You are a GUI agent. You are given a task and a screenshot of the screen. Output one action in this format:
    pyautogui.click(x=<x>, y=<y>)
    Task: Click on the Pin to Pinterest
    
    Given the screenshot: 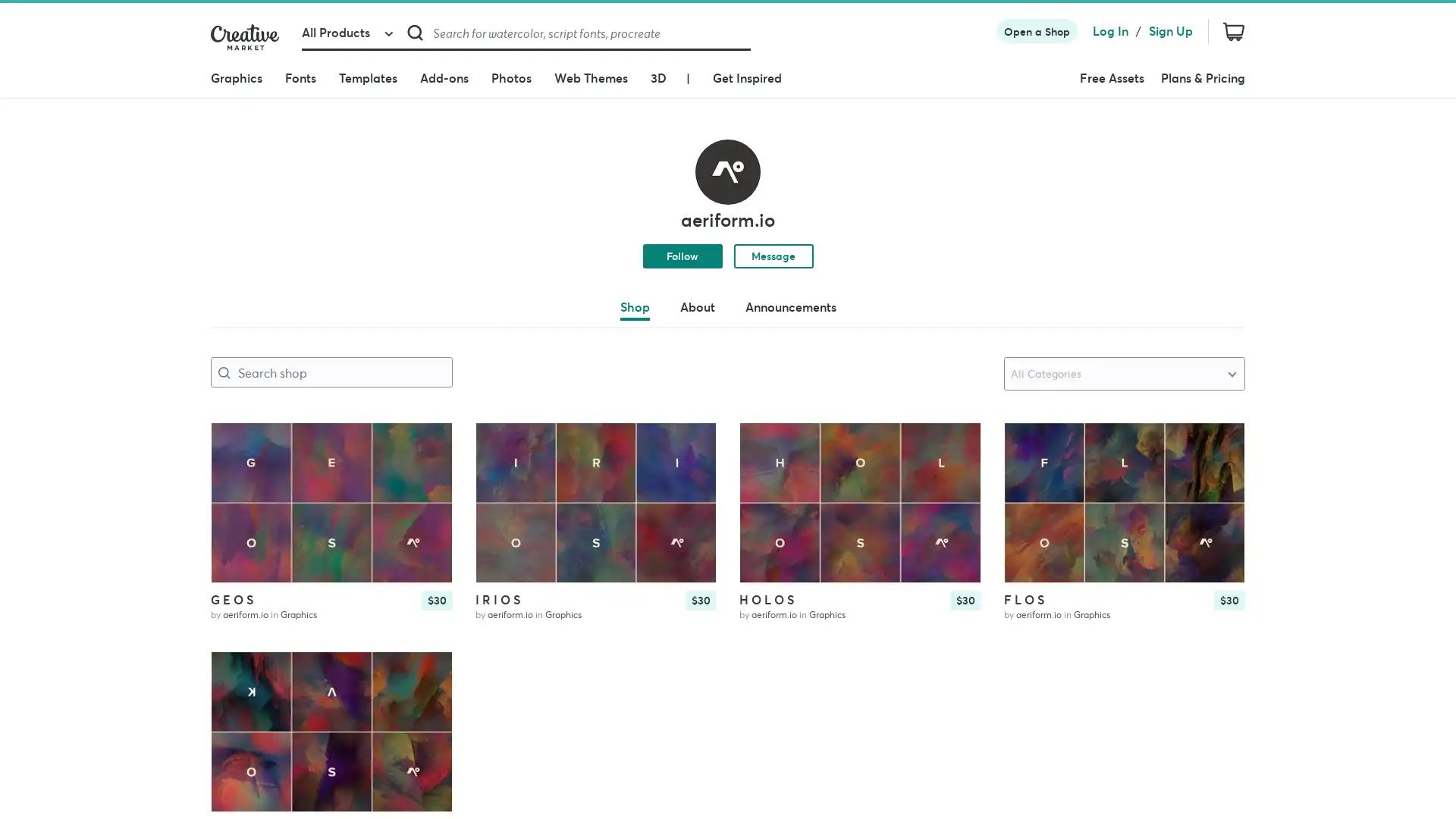 What is the action you would take?
    pyautogui.click(x=764, y=446)
    